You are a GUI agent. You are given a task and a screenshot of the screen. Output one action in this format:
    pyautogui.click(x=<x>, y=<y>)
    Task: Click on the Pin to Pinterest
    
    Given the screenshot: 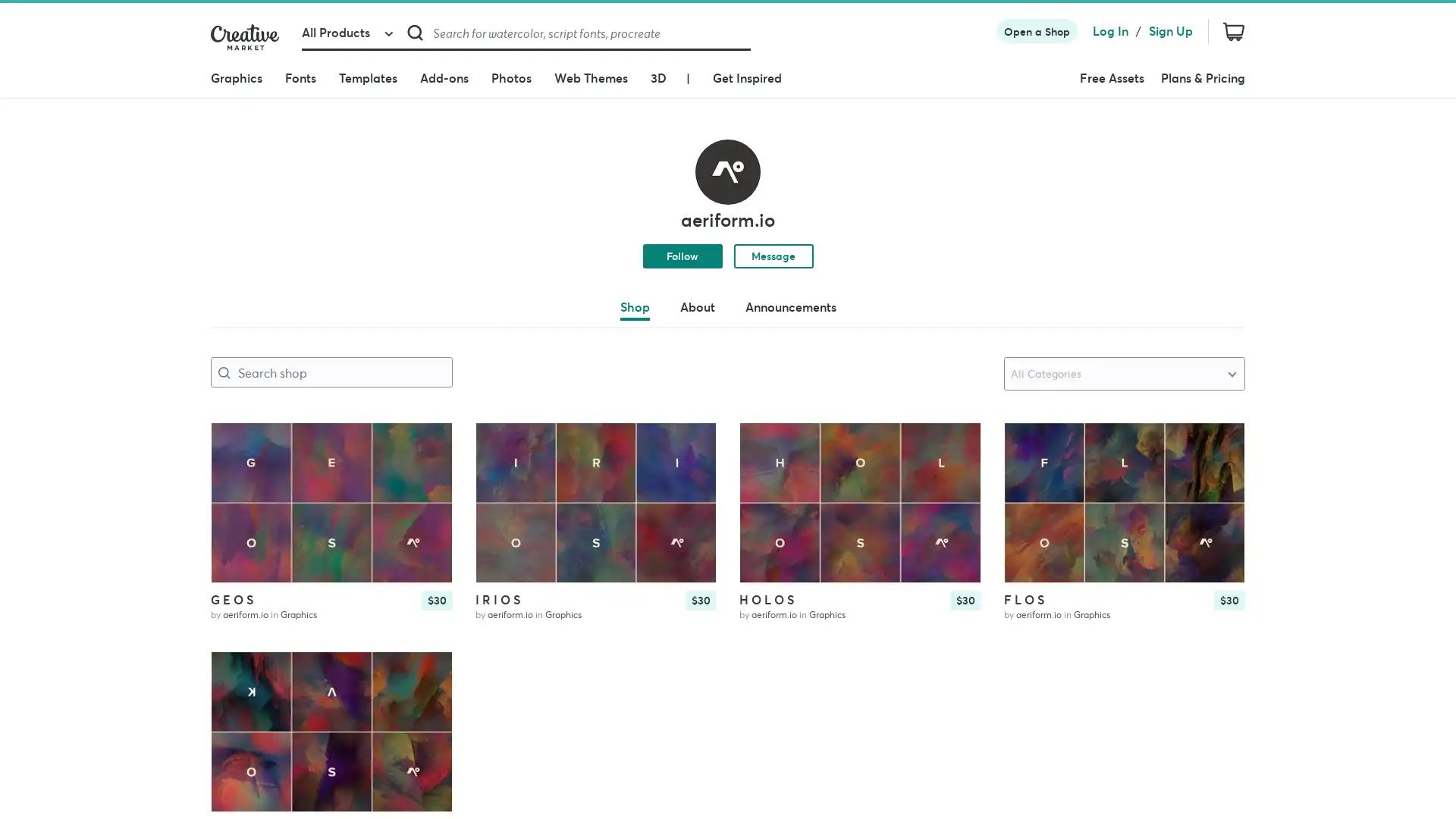 What is the action you would take?
    pyautogui.click(x=764, y=446)
    